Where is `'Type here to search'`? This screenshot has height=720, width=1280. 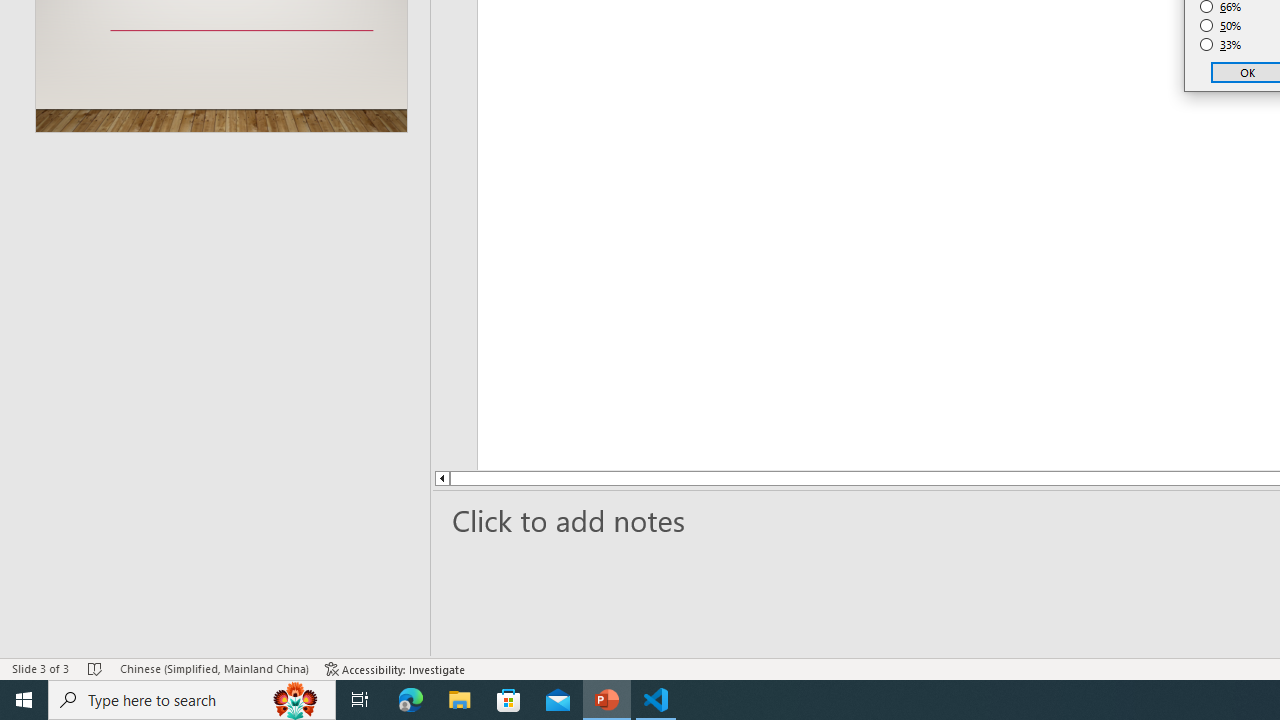 'Type here to search' is located at coordinates (192, 698).